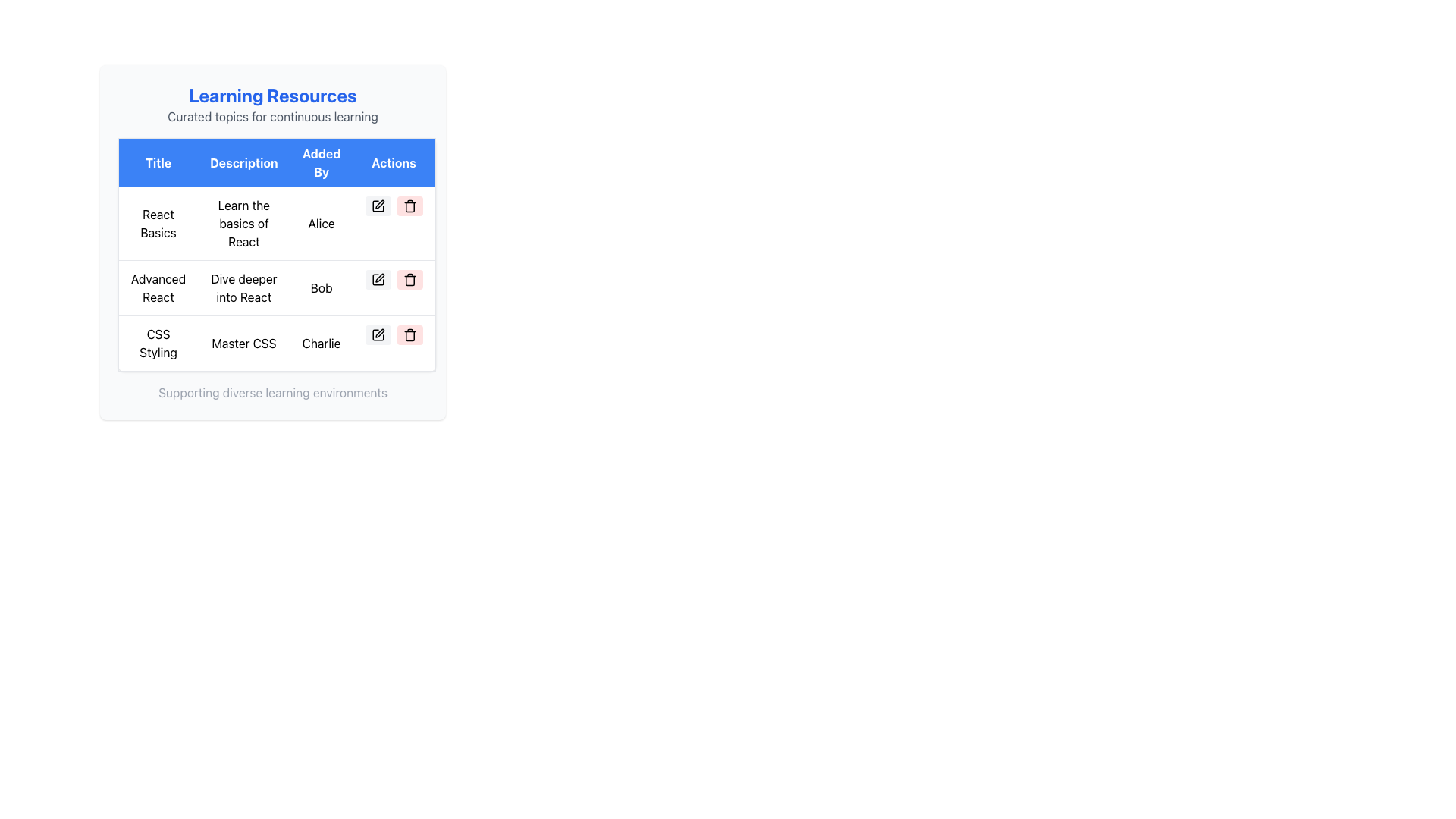 The height and width of the screenshot is (819, 1456). I want to click on the delete button located at the far right of the 'Advanced React' row in the 'Learning Resources' table, so click(409, 334).